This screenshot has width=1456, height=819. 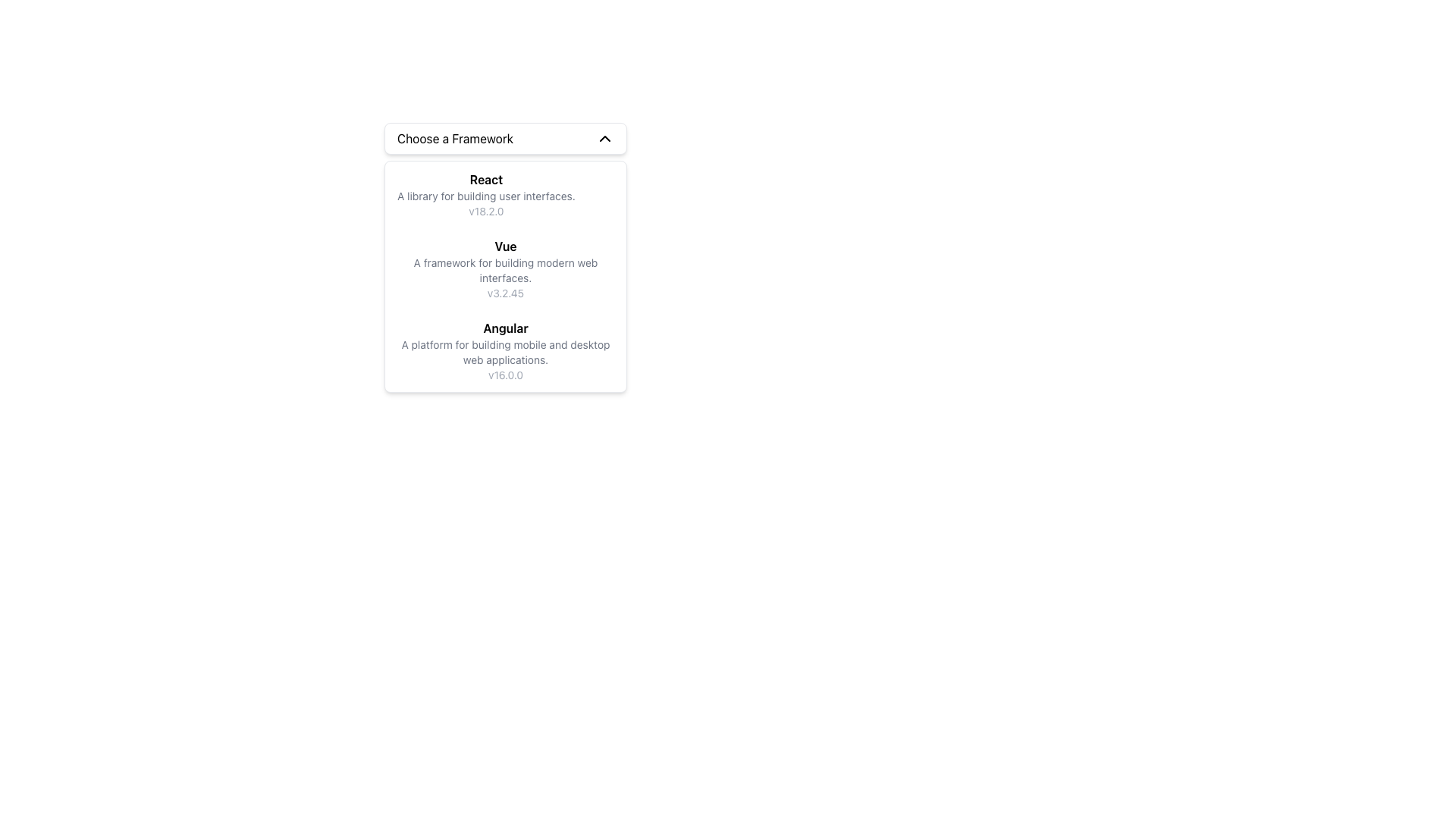 I want to click on the text node displaying 'v16.0.0', which is styled in a small font size and light-gray color, located beneath the Angular description section, so click(x=506, y=375).